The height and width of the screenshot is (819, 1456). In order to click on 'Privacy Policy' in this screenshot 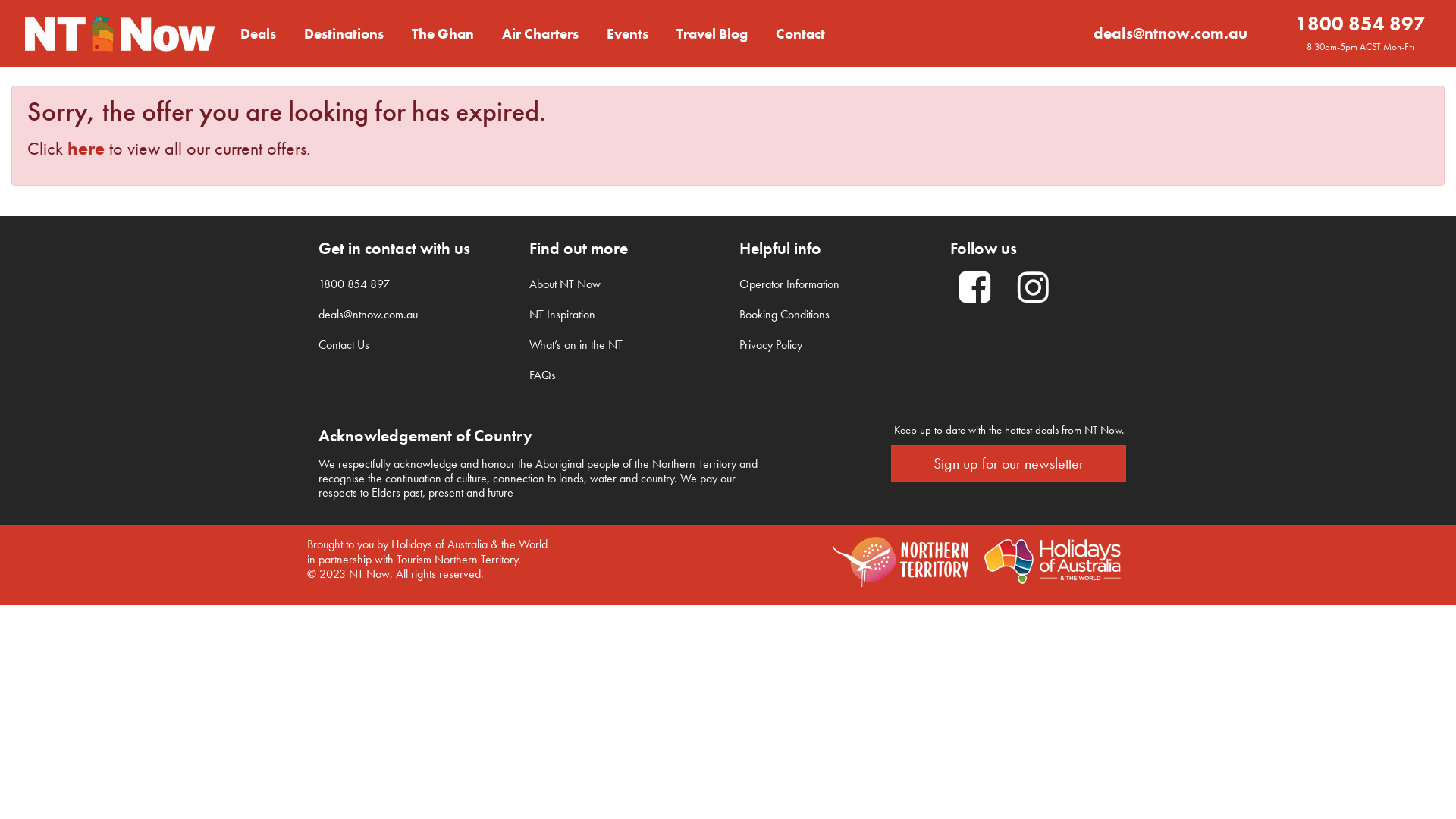, I will do `click(770, 344)`.